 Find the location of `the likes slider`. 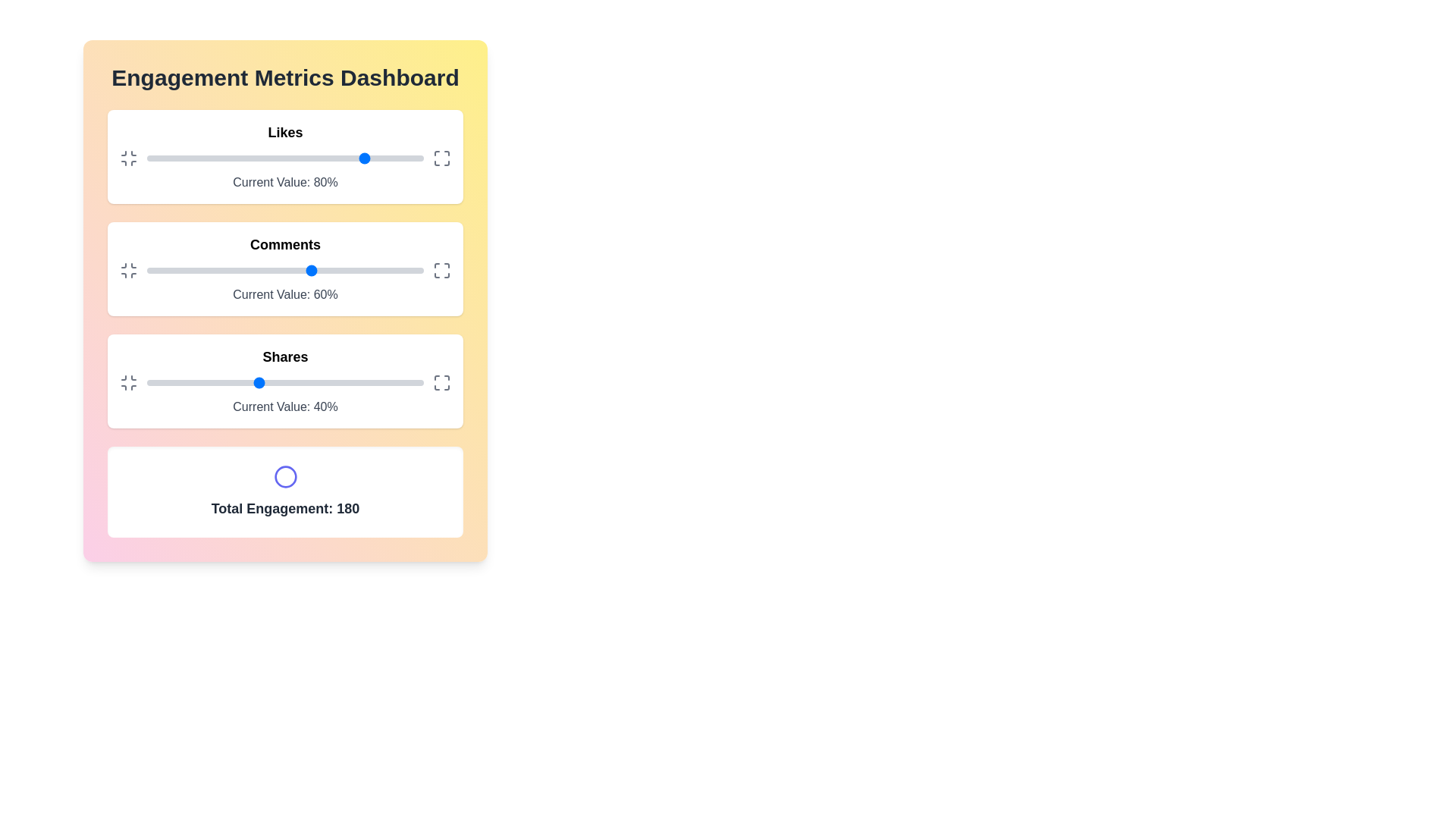

the likes slider is located at coordinates (199, 158).